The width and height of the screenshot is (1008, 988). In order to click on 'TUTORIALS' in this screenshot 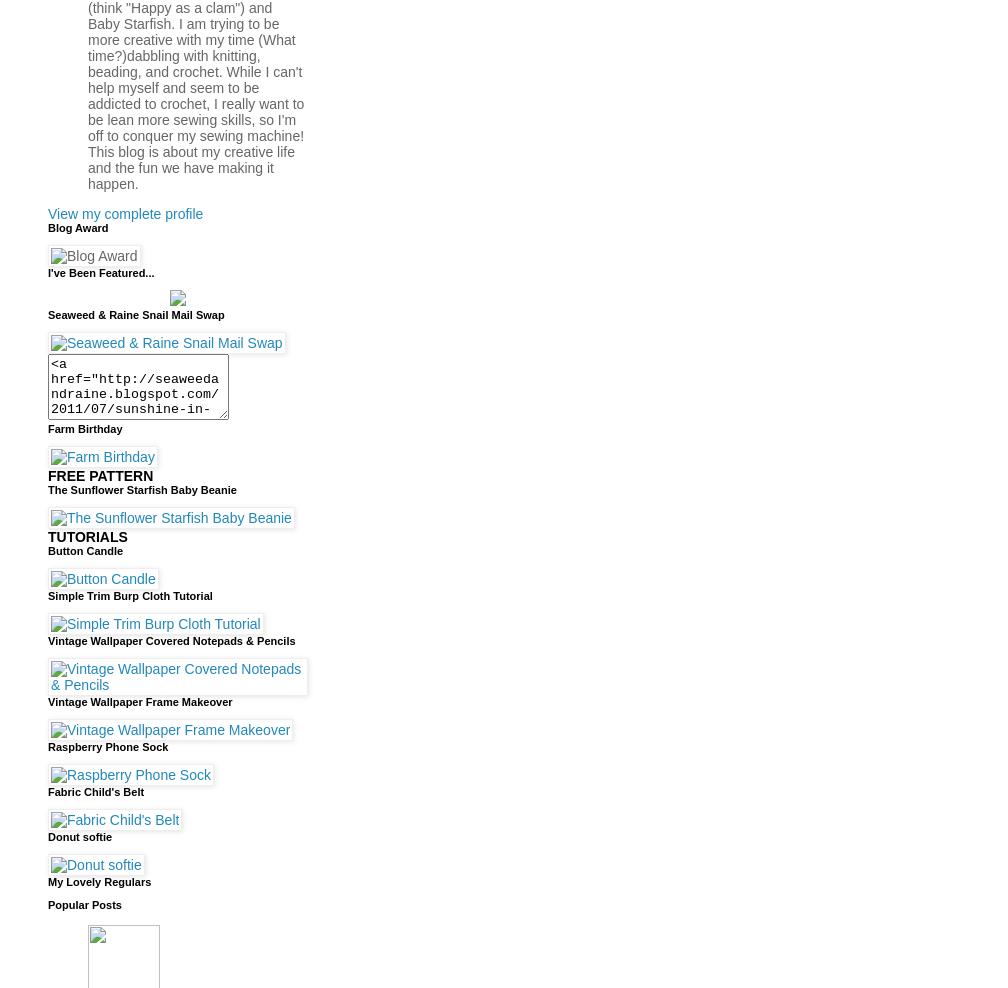, I will do `click(87, 534)`.